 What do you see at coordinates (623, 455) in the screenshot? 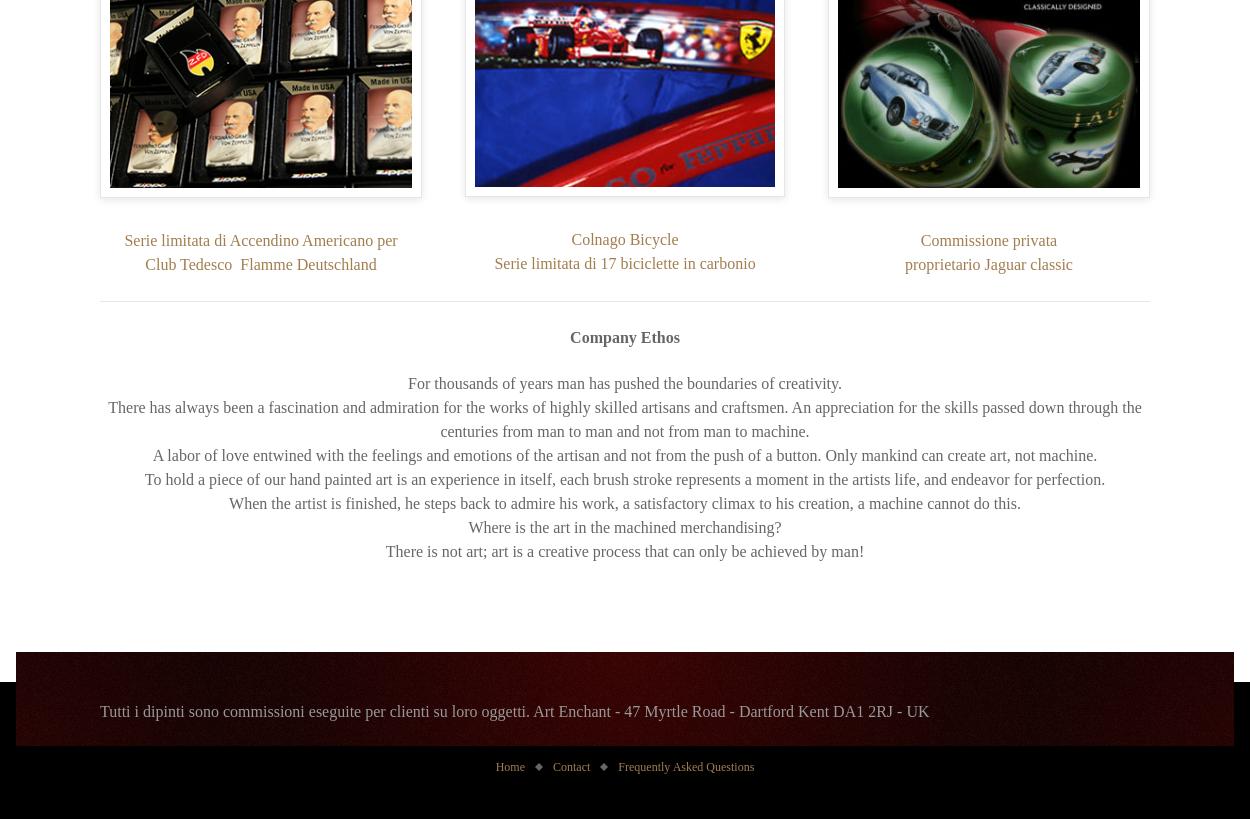
I see `'A labor of love entwined with the feelings and emotions of the artisan and not from the push of a button. Only mankind can create art, not machine.'` at bounding box center [623, 455].